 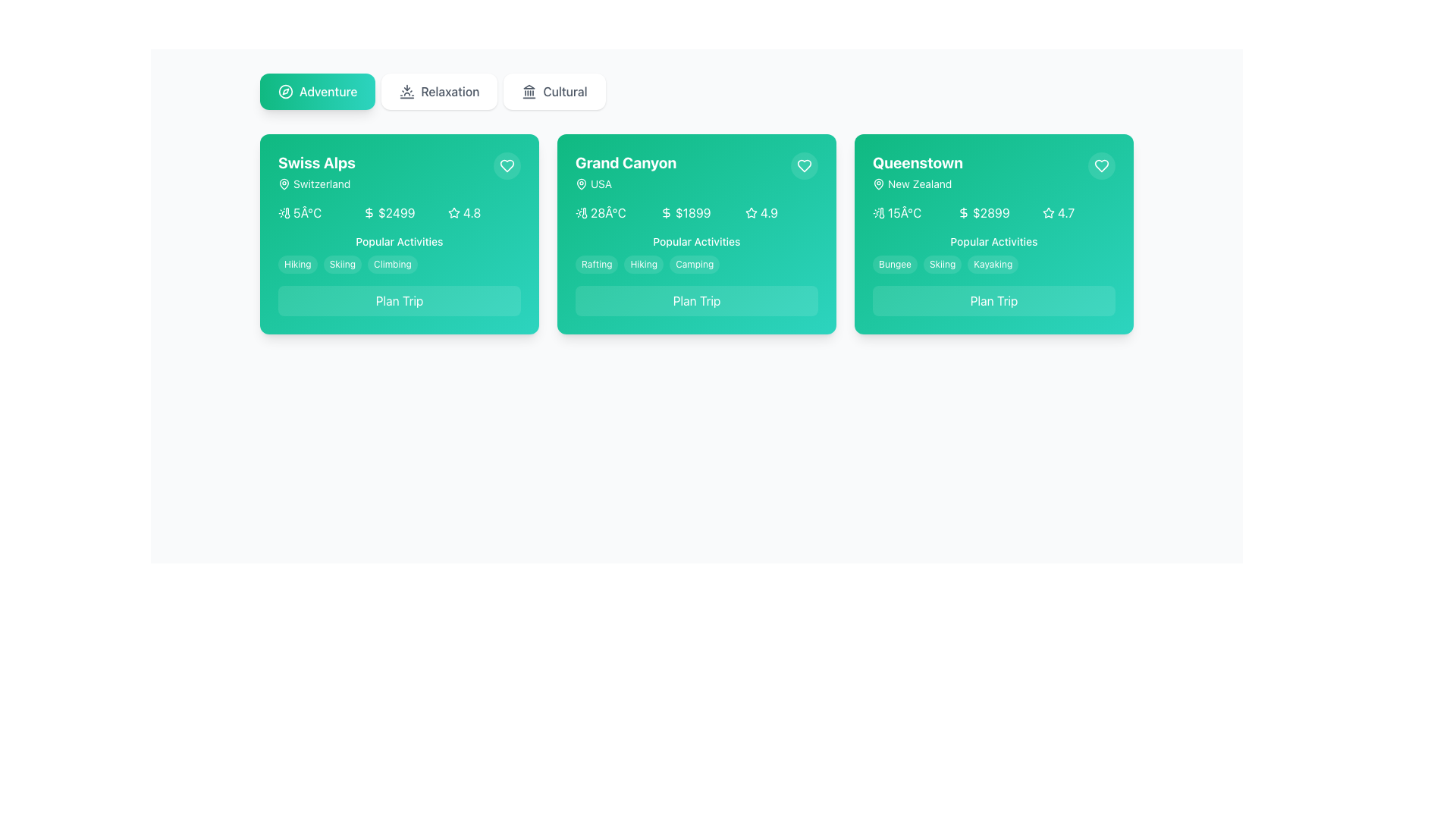 What do you see at coordinates (991, 213) in the screenshot?
I see `the static text element displaying the price for the service related to the 'Queenstown' card, located in the middle of the third card` at bounding box center [991, 213].